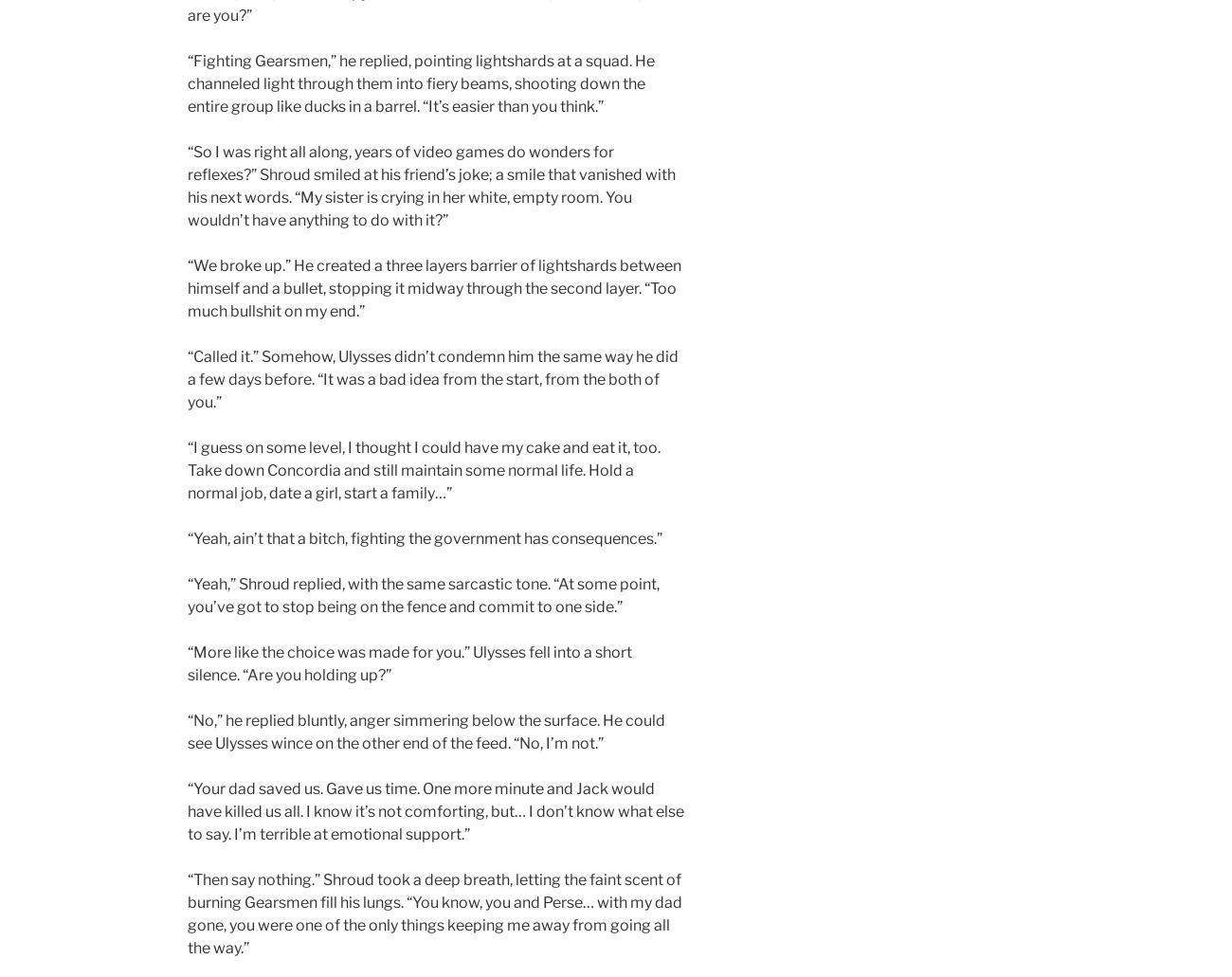  I want to click on '“Then say nothing.” Shroud took a deep breath, letting the faint scent of burning Gearsmen fill his lungs. “You know, you and Perse… with my dad gone, you were one of the only things keeping me away from going all the way.”', so click(434, 913).